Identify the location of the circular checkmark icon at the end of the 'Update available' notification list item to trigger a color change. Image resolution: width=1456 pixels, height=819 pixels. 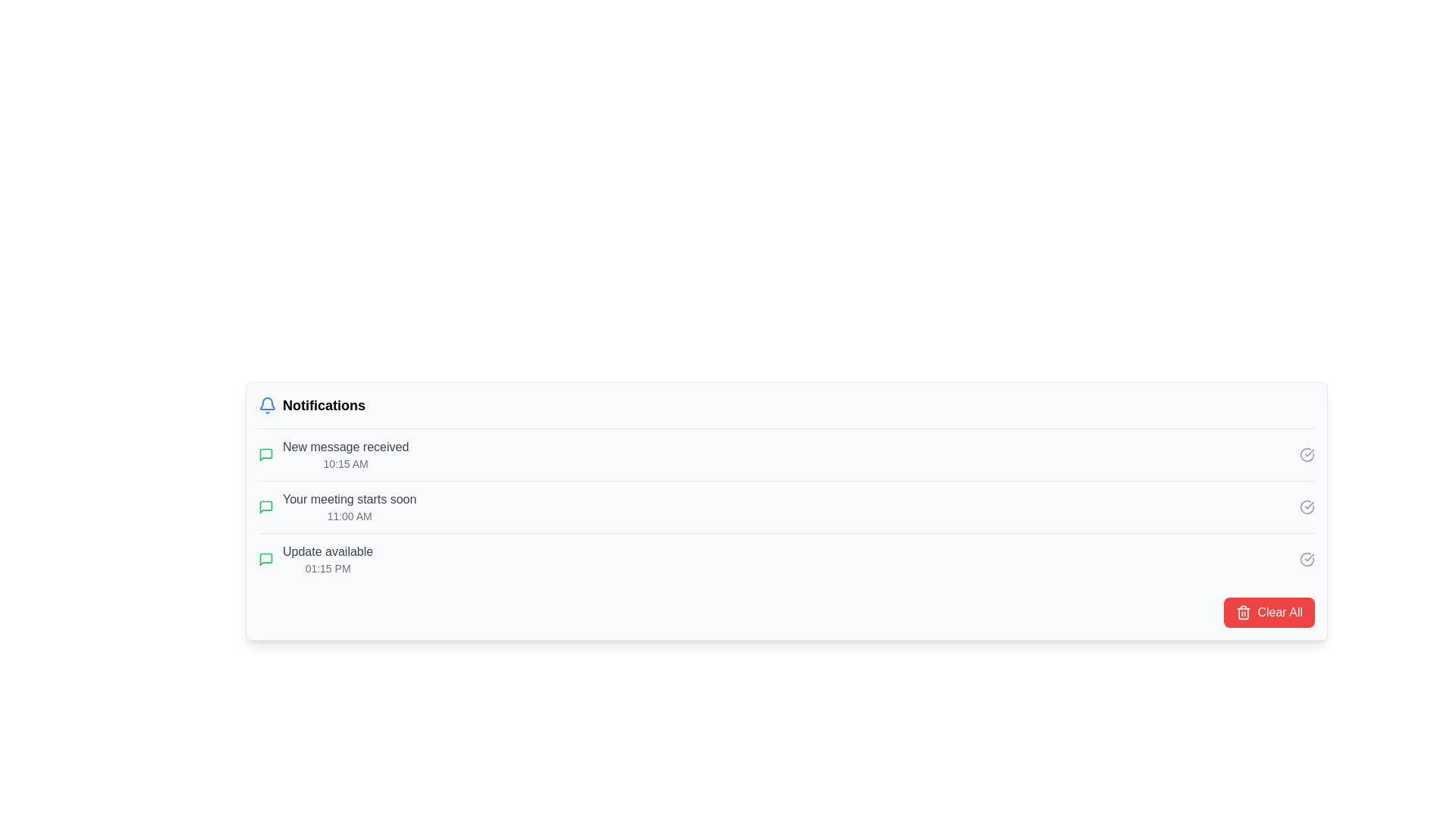
(1306, 507).